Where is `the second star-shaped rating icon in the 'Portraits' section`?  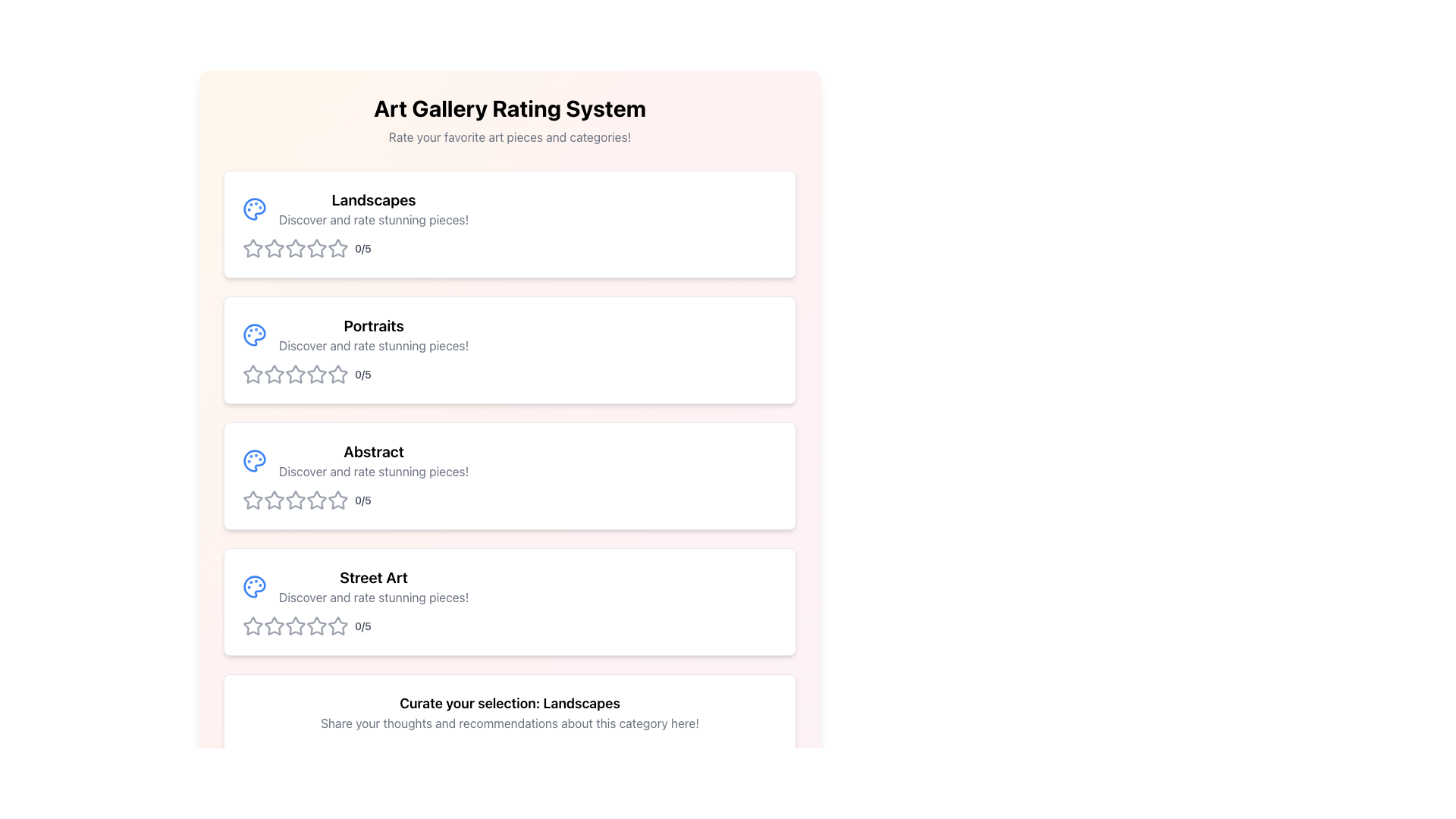 the second star-shaped rating icon in the 'Portraits' section is located at coordinates (295, 374).